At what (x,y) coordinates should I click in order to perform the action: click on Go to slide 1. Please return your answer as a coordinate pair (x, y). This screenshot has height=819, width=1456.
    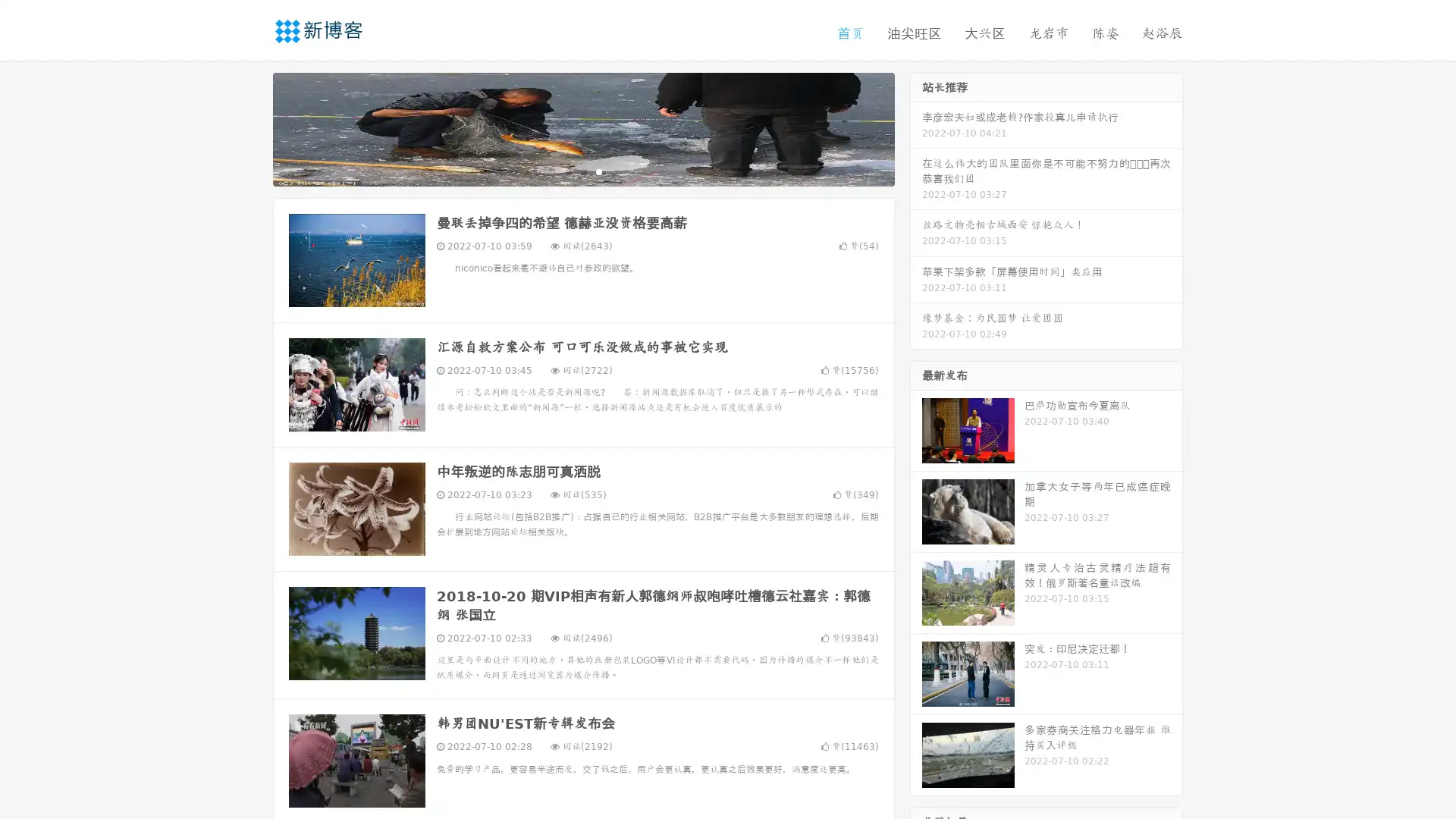
    Looking at the image, I should click on (567, 171).